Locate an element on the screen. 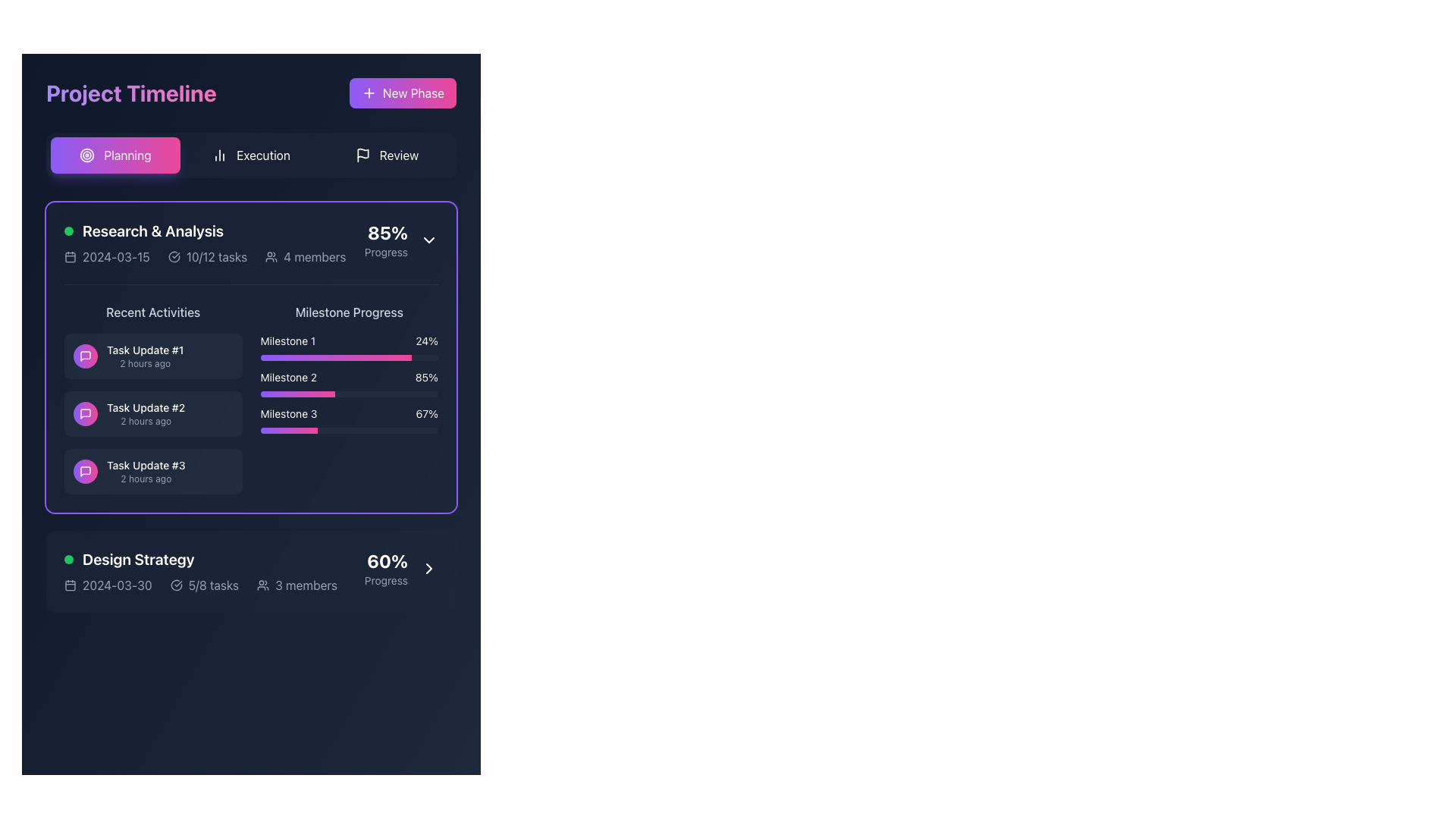  the icons accompanying the date, task completion ratio, and member count in the 'Research & Analysis' section, located beneath the section's title is located at coordinates (204, 256).